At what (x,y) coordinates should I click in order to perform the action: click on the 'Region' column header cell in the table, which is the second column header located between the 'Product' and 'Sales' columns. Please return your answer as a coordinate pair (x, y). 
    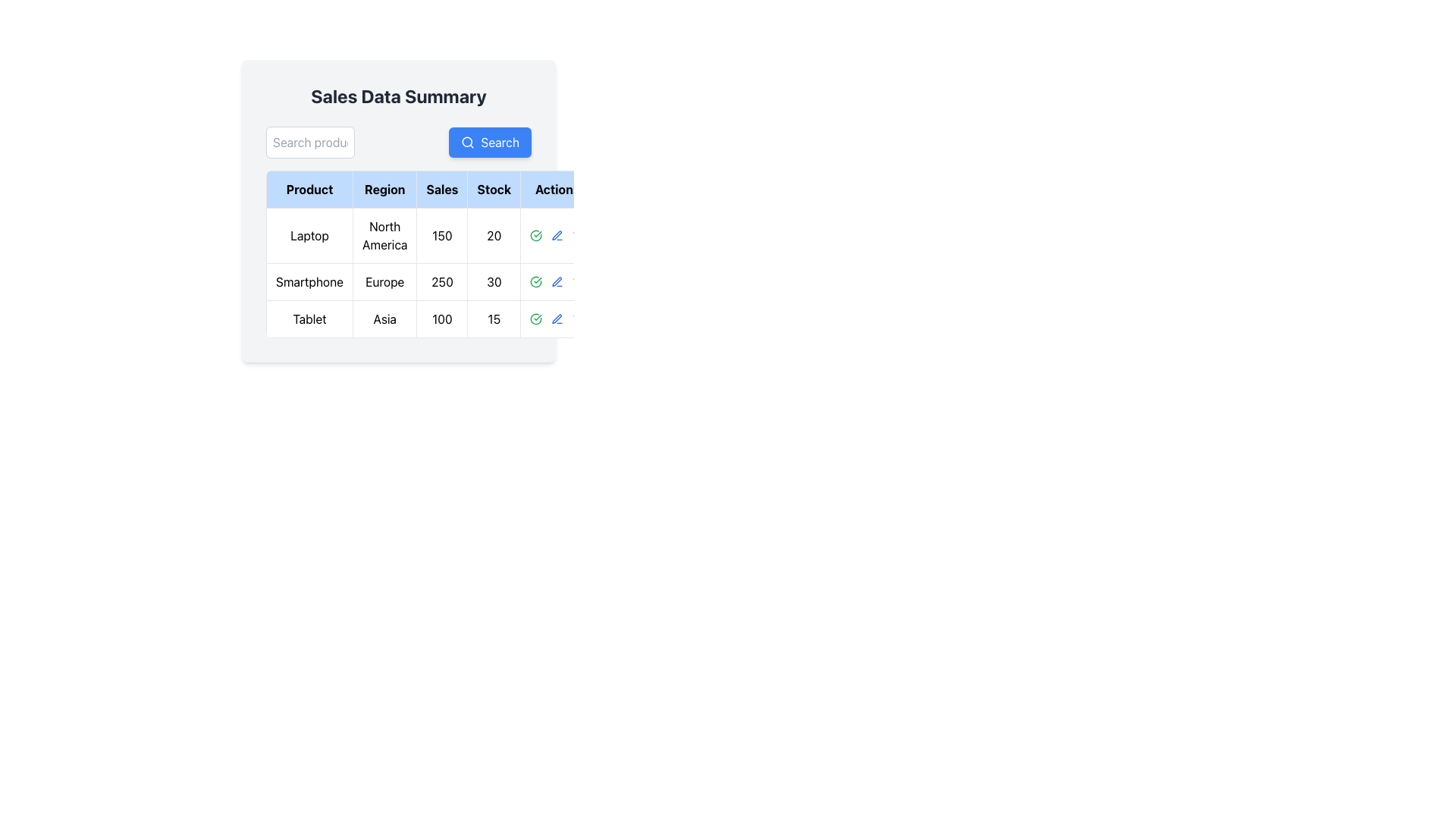
    Looking at the image, I should click on (384, 189).